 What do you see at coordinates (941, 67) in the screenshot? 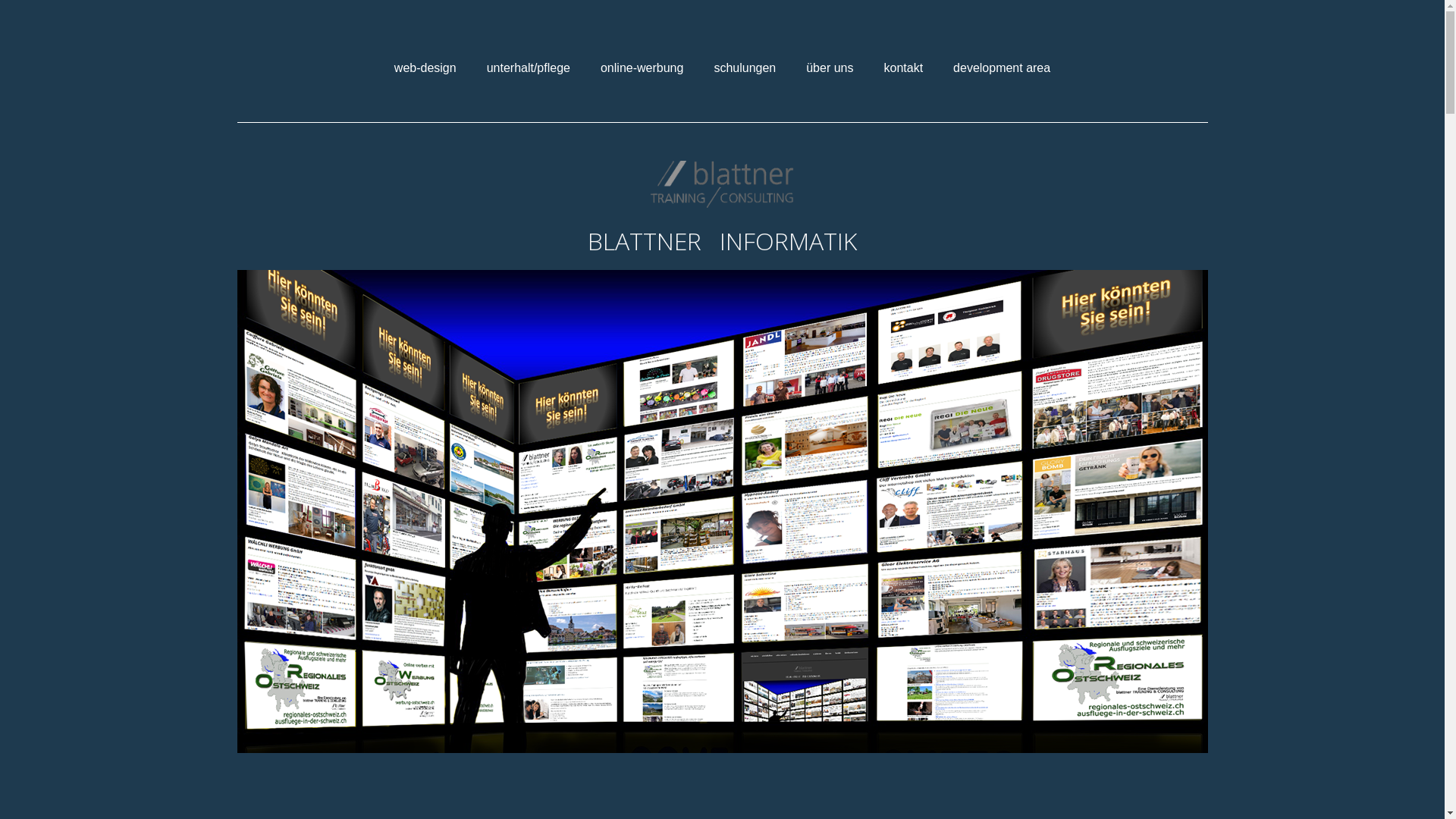
I see `'development area'` at bounding box center [941, 67].